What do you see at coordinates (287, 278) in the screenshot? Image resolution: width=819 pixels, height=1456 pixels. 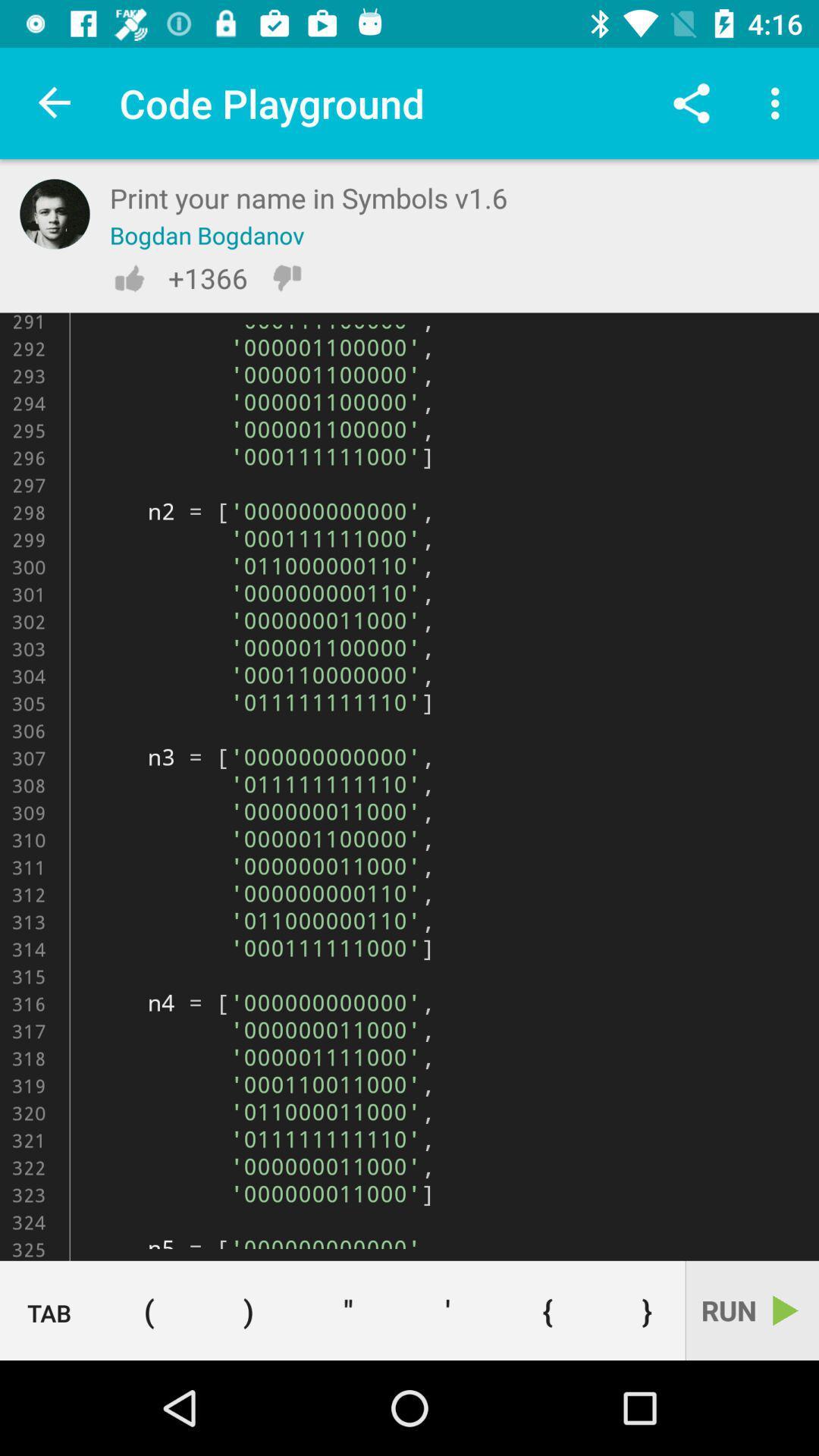 I see `the thumbs_down icon` at bounding box center [287, 278].